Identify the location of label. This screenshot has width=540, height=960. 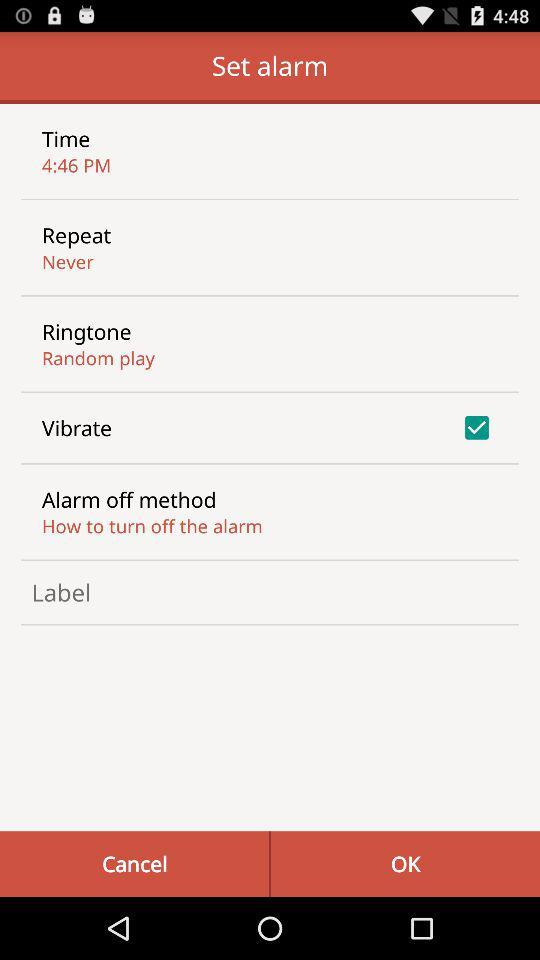
(270, 592).